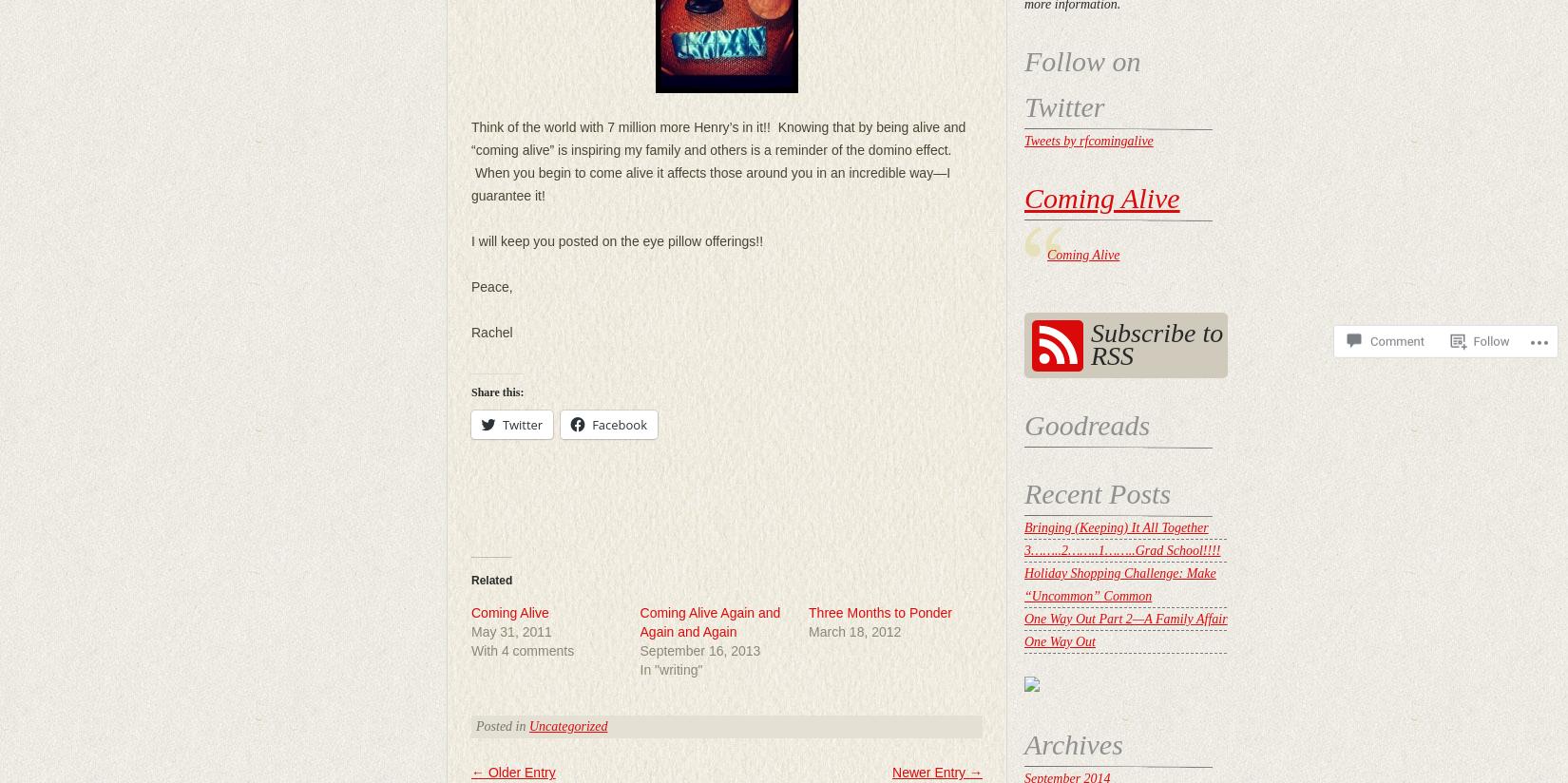  What do you see at coordinates (490, 285) in the screenshot?
I see `'Peace,'` at bounding box center [490, 285].